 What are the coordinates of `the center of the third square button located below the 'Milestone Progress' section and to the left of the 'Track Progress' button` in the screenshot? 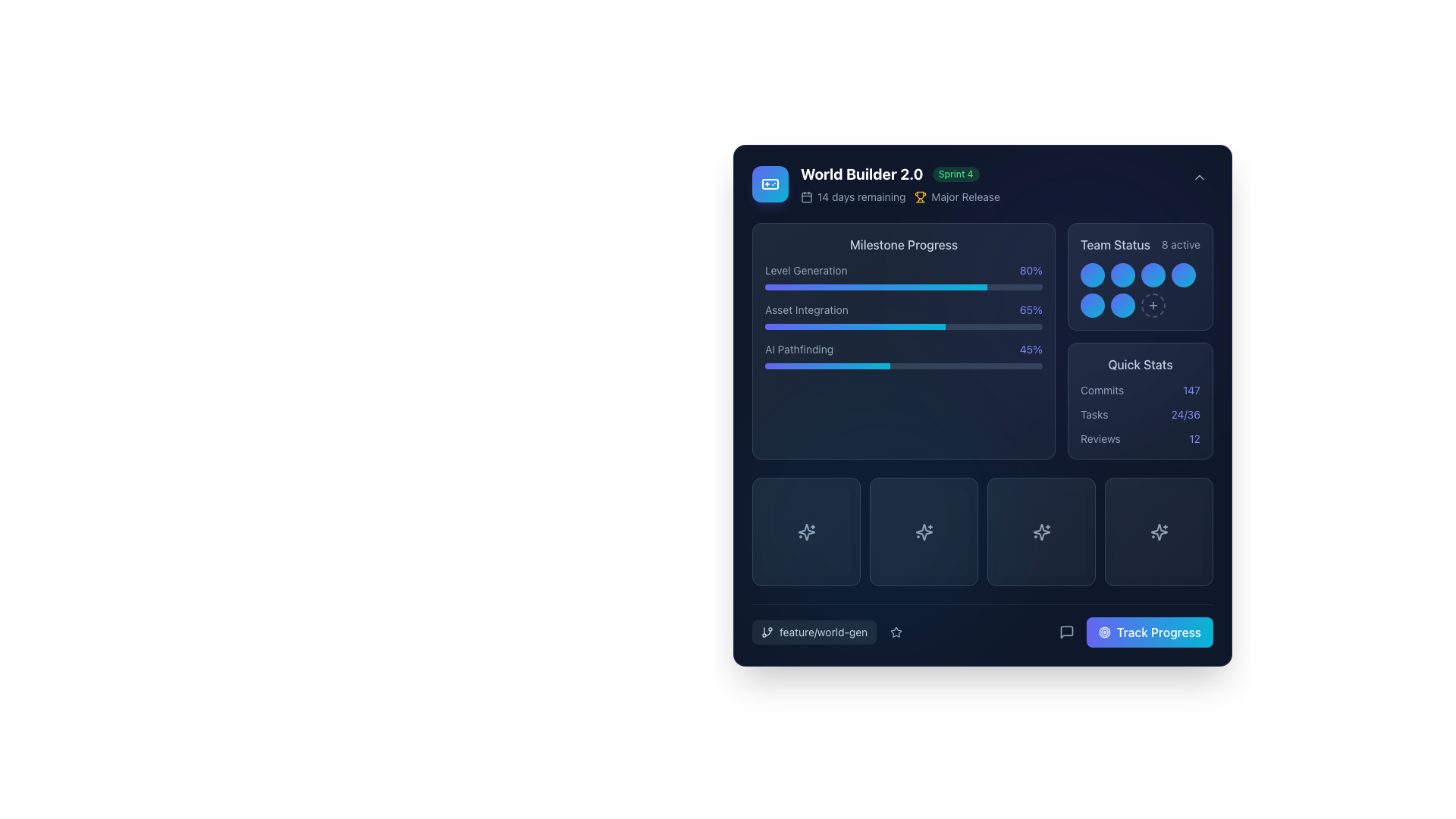 It's located at (1040, 531).